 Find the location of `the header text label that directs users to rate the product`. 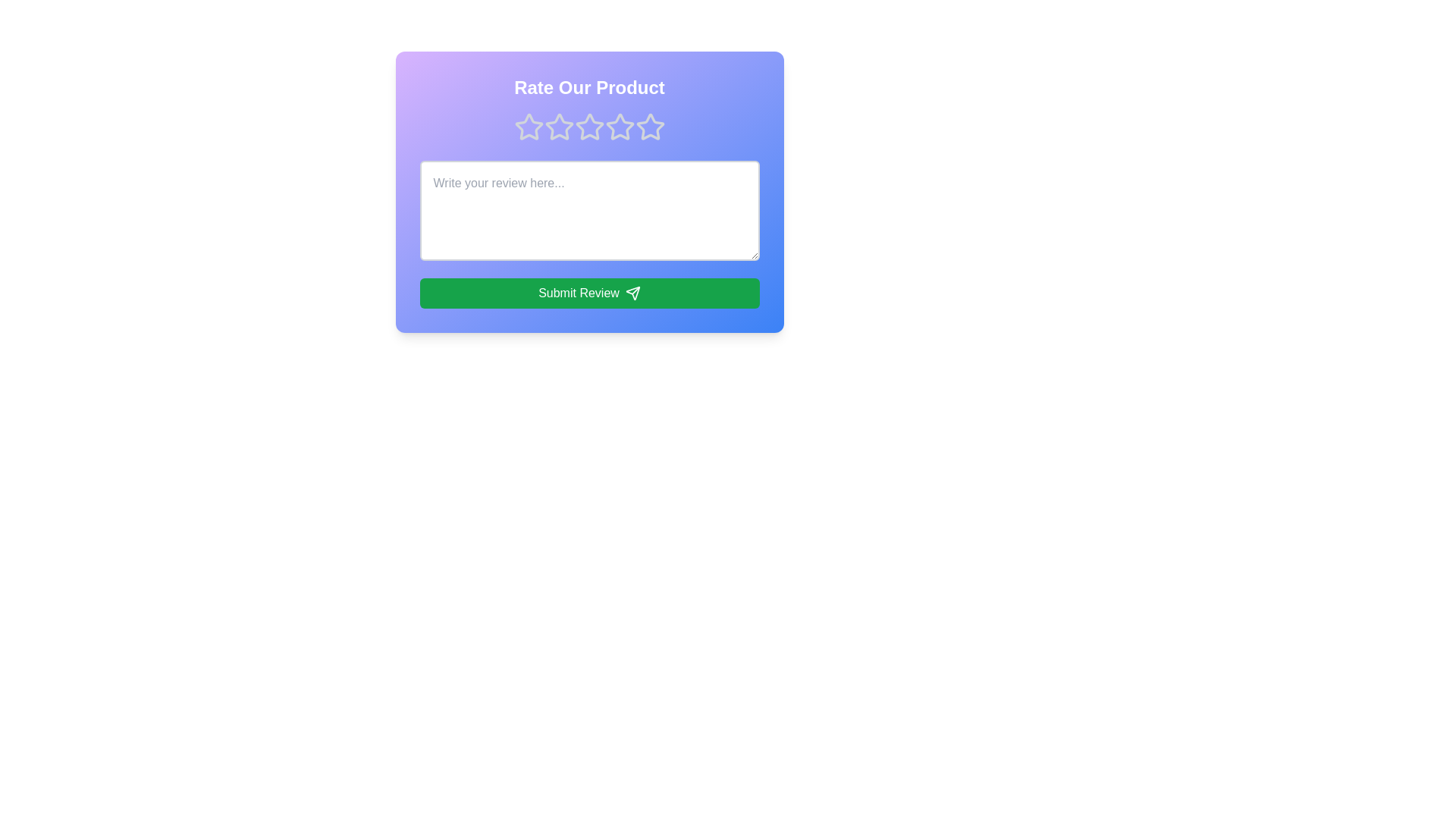

the header text label that directs users to rate the product is located at coordinates (588, 87).